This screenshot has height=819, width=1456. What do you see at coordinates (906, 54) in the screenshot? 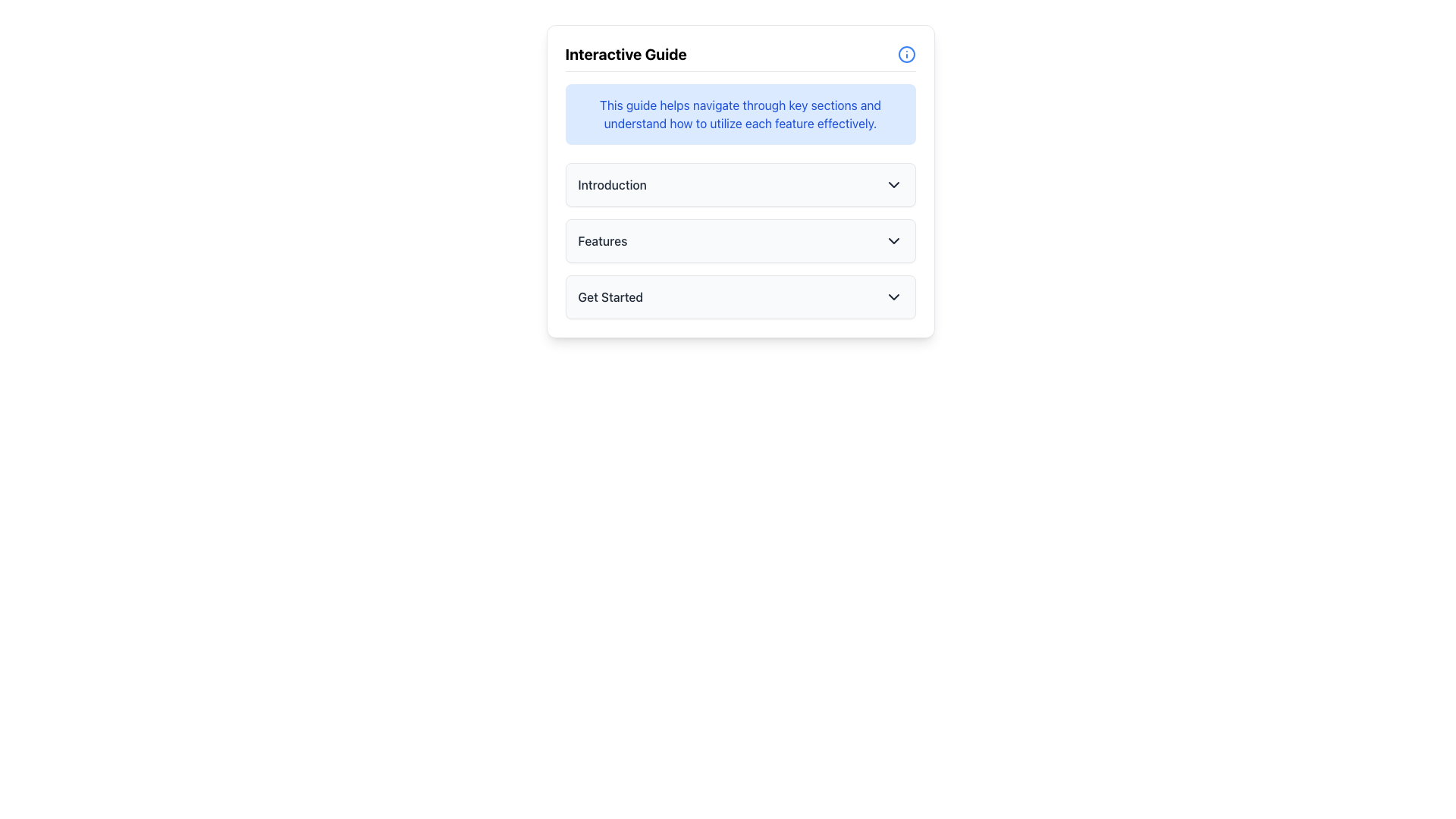
I see `the Circle element within the top-right information icon of the Interactive Guide panel, which serves as a visual component for the information icon` at bounding box center [906, 54].